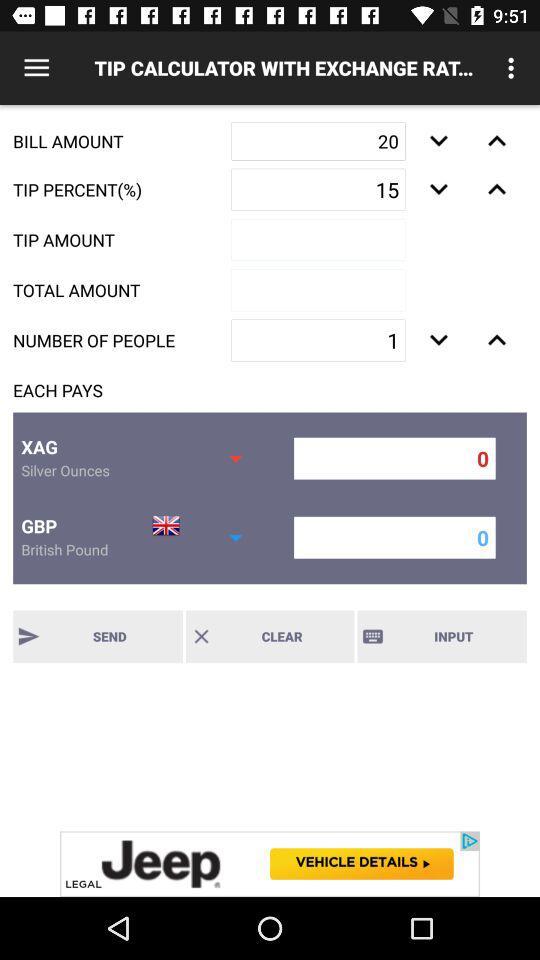 This screenshot has height=960, width=540. What do you see at coordinates (438, 189) in the screenshot?
I see `down arrow side to second text box` at bounding box center [438, 189].